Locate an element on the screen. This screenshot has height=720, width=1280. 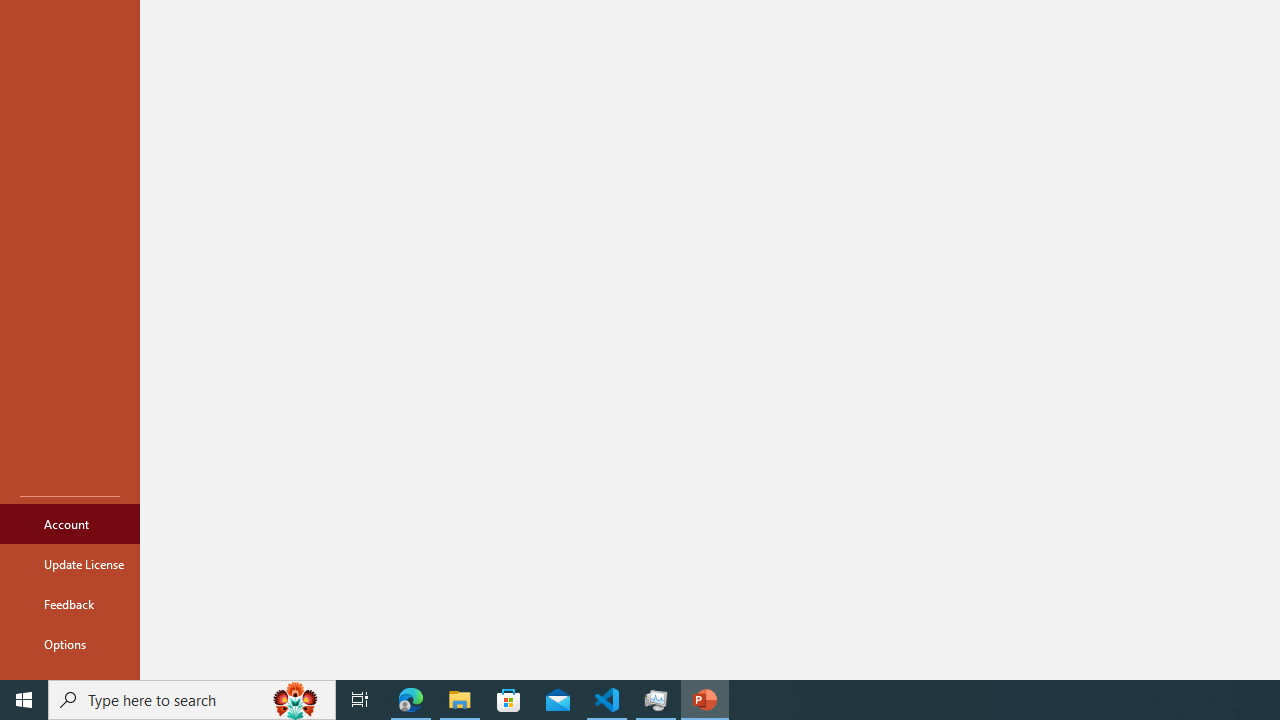
'File Explorer - 1 running window' is located at coordinates (459, 698).